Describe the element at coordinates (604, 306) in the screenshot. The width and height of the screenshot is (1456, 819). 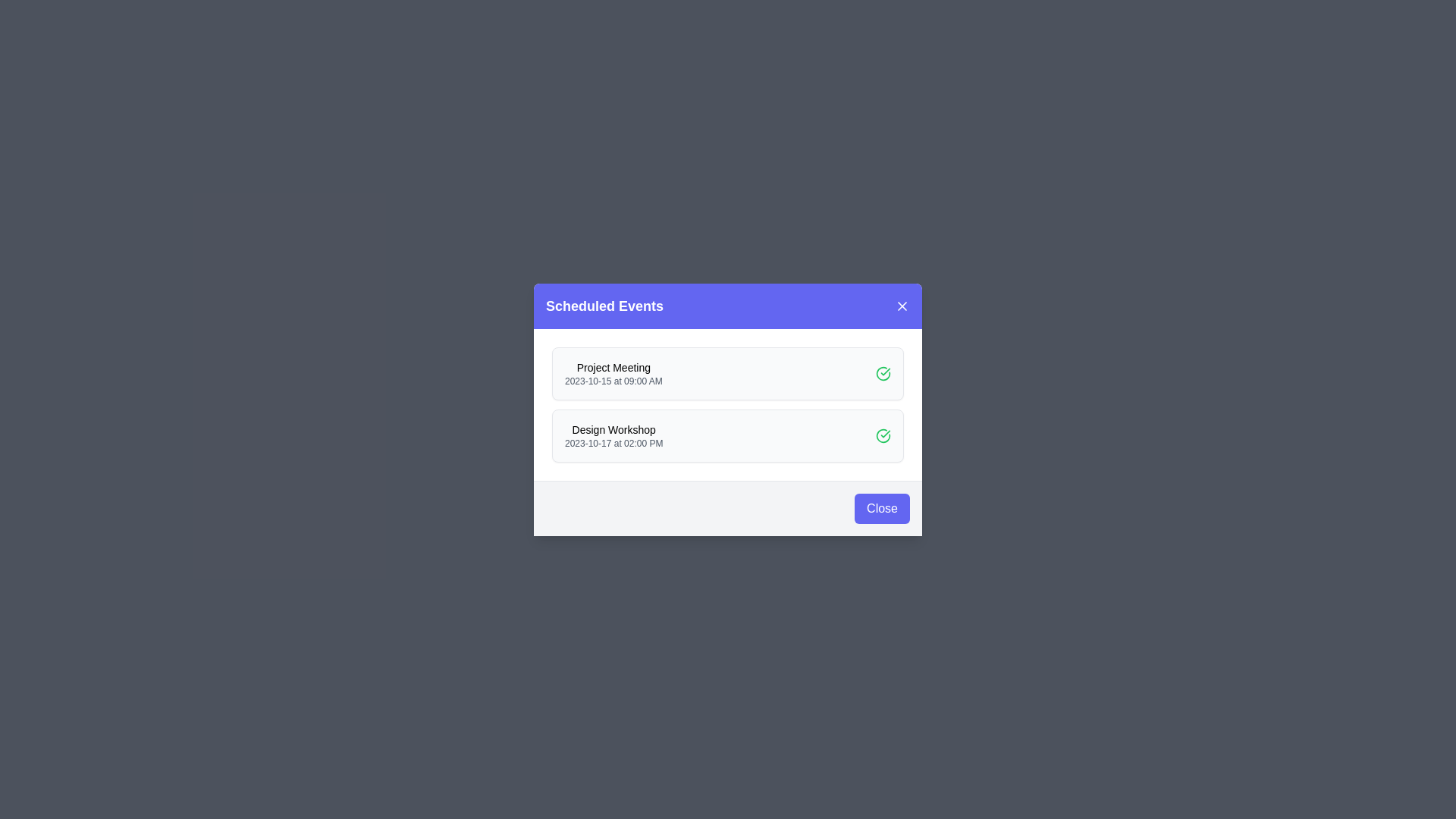
I see `the title text label of the modal, which is centered horizontally in the indigo header section and left of the close button` at that location.